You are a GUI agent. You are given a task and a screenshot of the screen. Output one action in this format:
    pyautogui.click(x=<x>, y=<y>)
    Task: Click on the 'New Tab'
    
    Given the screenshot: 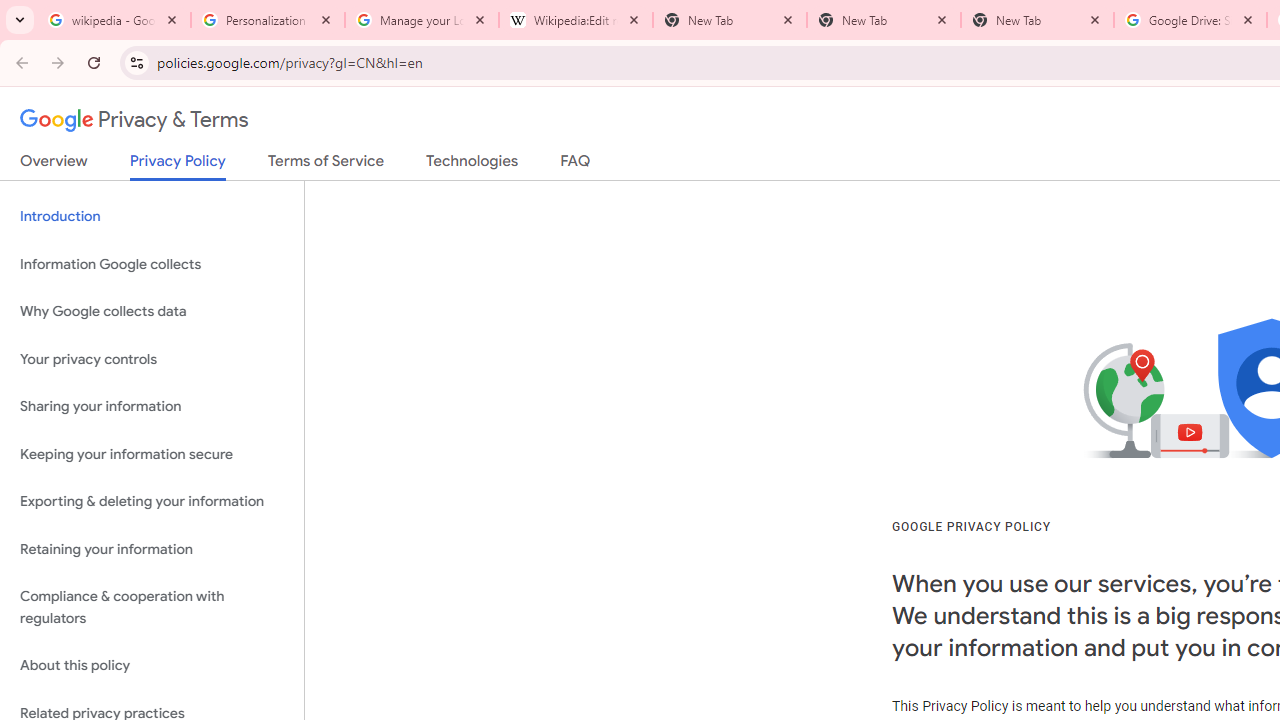 What is the action you would take?
    pyautogui.click(x=1037, y=20)
    